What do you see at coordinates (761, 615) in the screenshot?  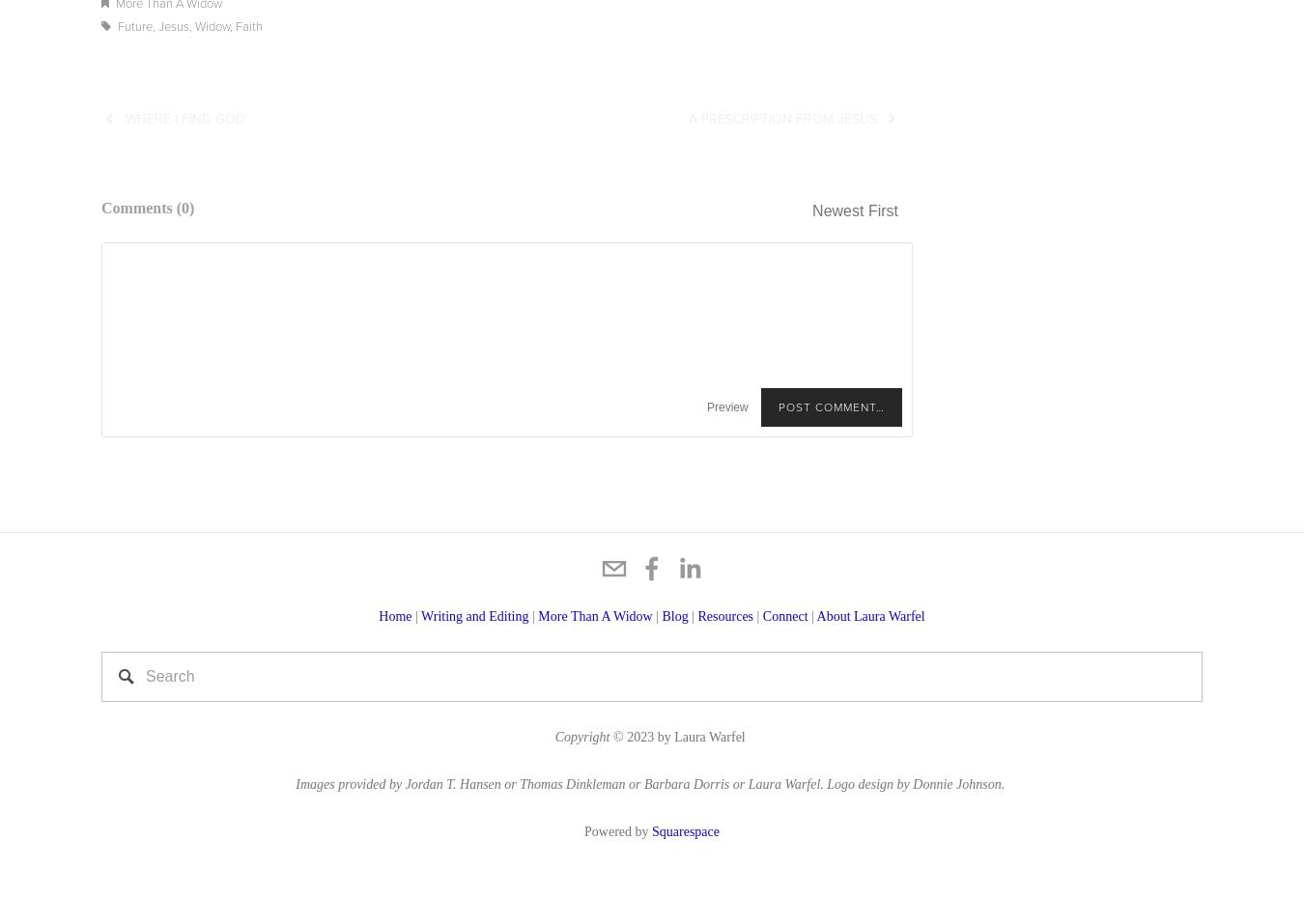 I see `'Connect'` at bounding box center [761, 615].